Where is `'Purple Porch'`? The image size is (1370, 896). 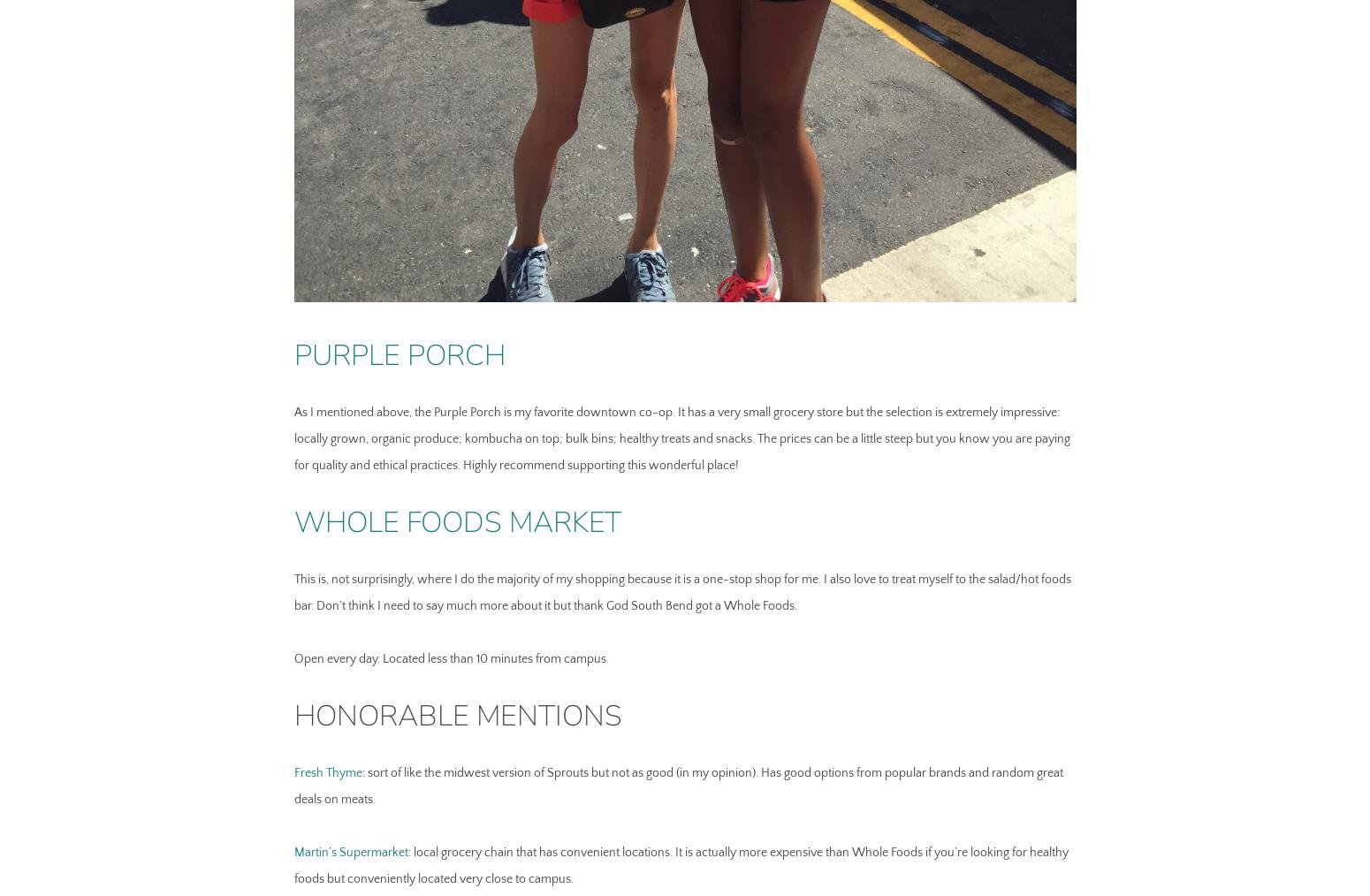 'Purple Porch' is located at coordinates (399, 353).